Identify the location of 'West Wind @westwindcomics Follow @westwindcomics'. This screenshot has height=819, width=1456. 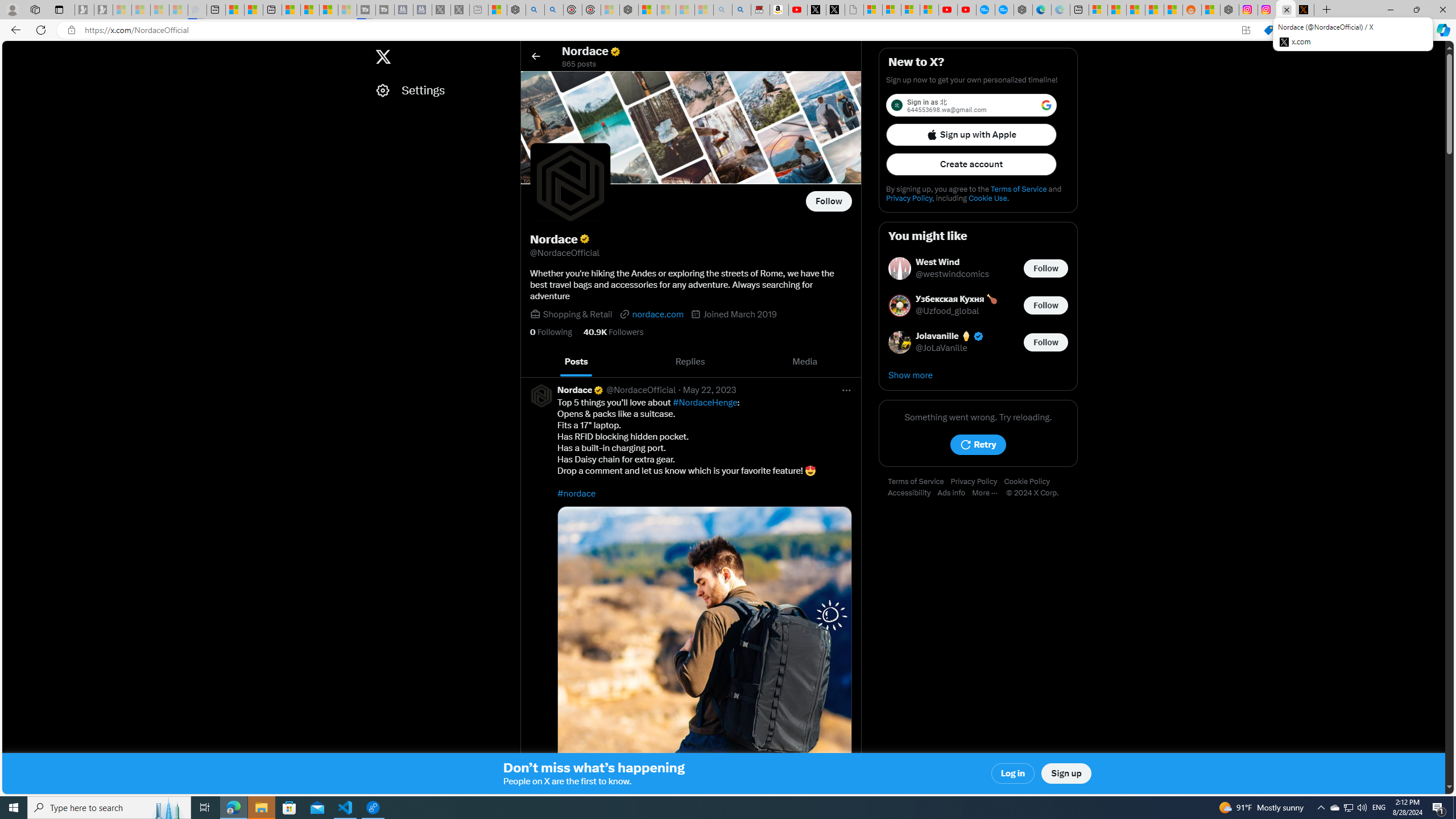
(978, 268).